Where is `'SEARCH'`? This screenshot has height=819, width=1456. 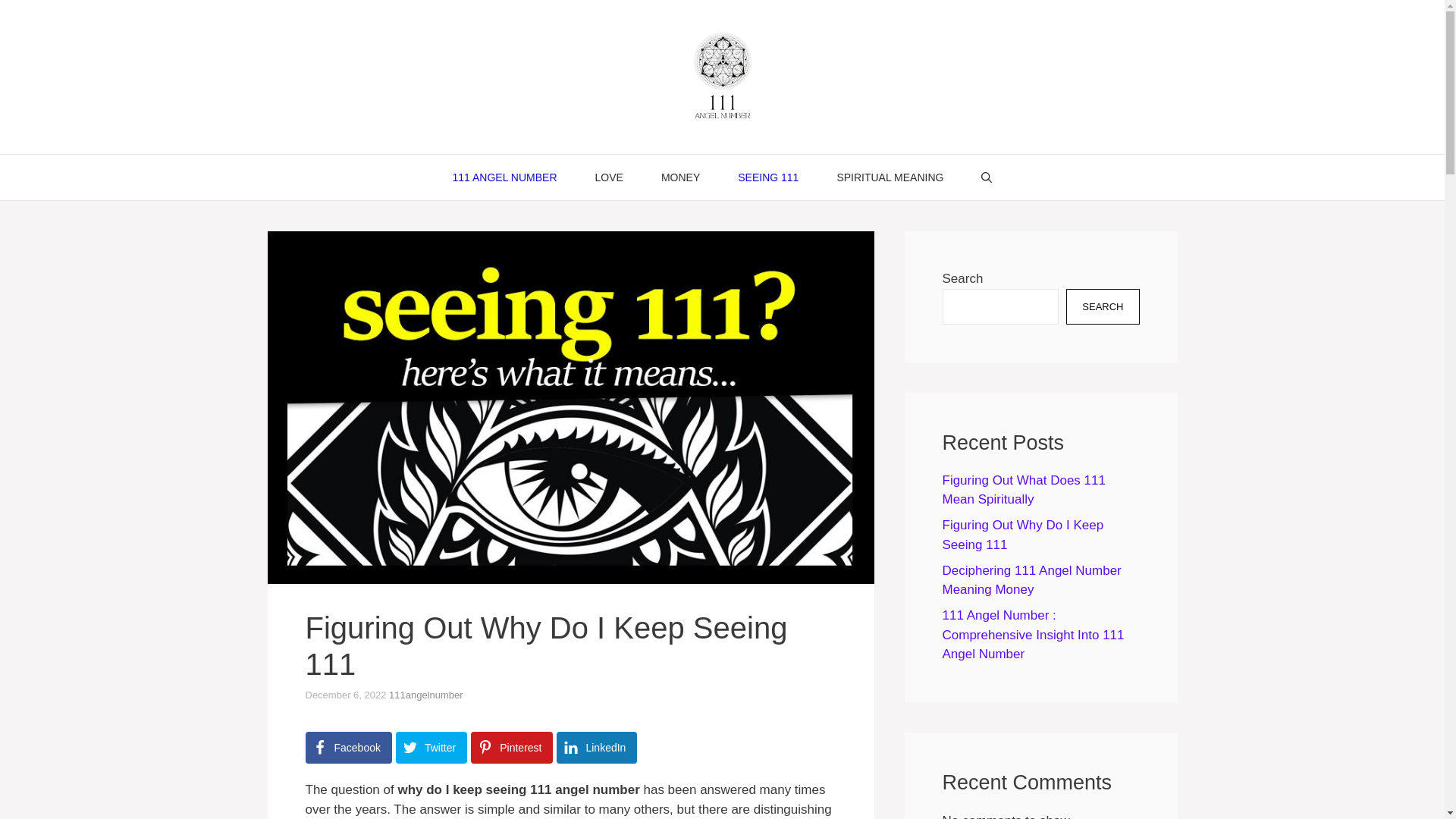
'SEARCH' is located at coordinates (1103, 307).